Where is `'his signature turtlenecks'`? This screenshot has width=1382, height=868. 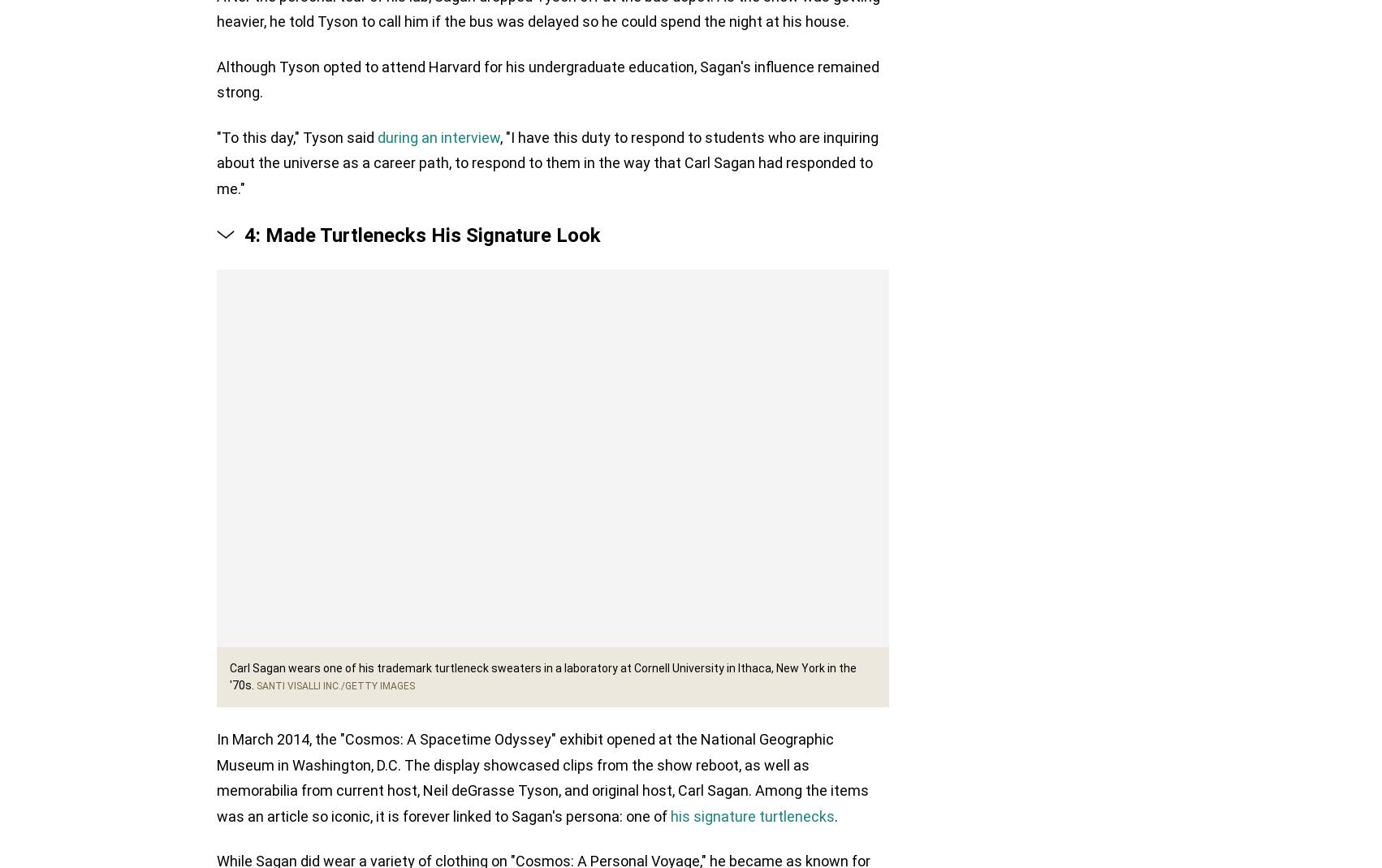 'his signature turtlenecks' is located at coordinates (669, 818).